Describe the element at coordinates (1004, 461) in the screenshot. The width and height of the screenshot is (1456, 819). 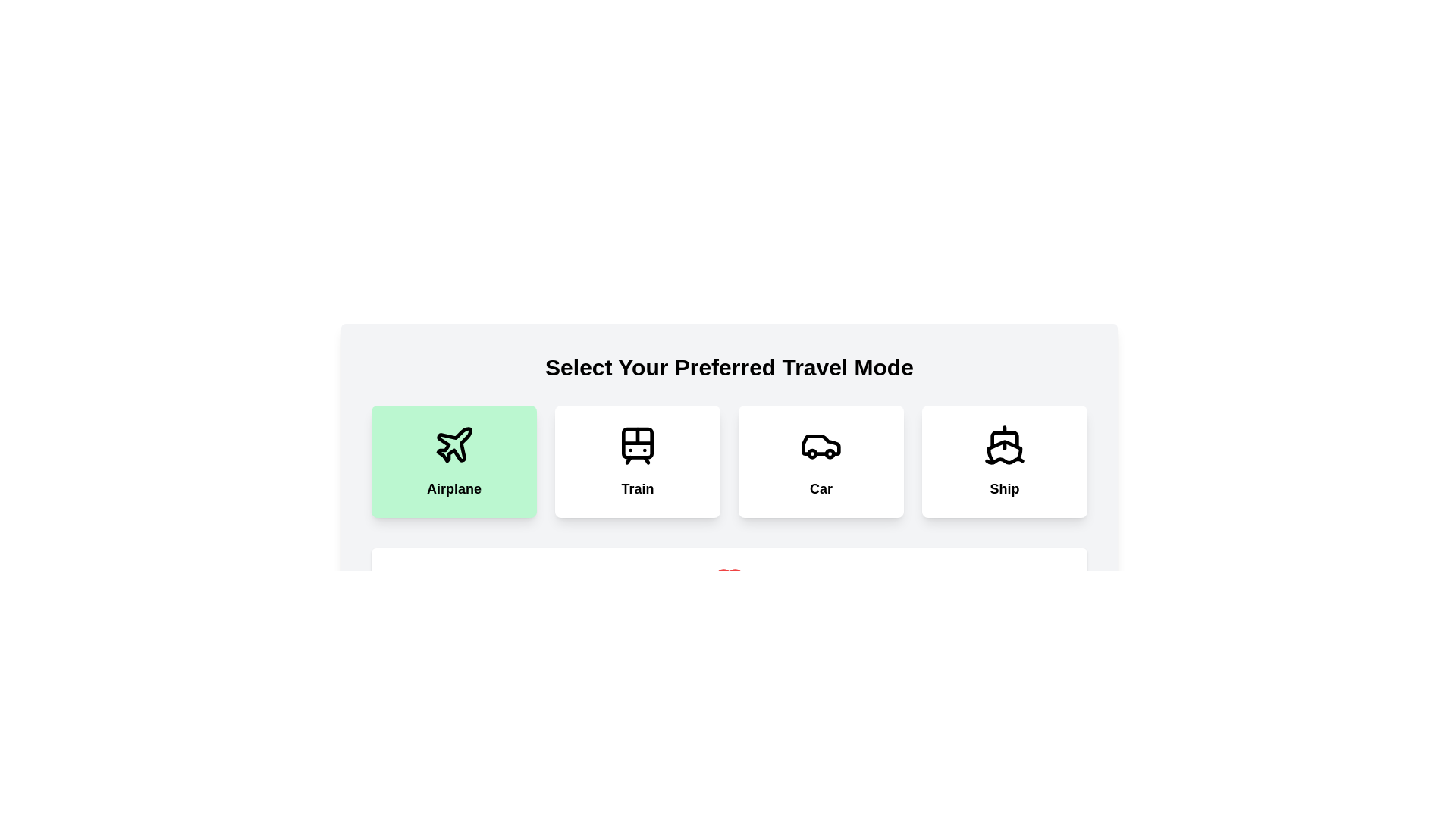
I see `the 'Ship' button, which has a white background, rounded corners, and a minimalist ship icon with the label 'Ship' below it` at that location.